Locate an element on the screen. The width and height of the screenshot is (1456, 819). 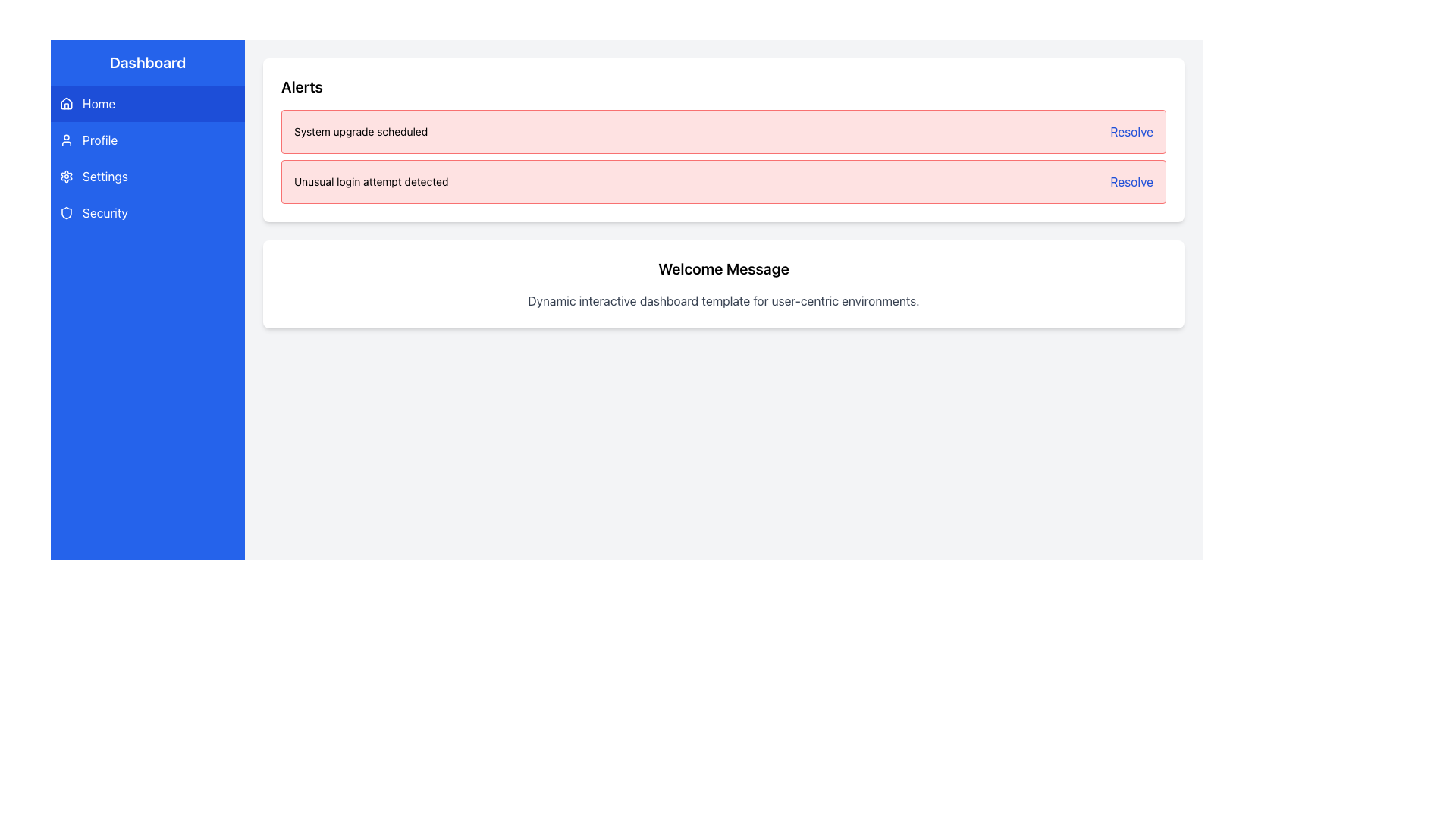
the 'Home' icon located at the top of the sidebar menu is located at coordinates (65, 103).